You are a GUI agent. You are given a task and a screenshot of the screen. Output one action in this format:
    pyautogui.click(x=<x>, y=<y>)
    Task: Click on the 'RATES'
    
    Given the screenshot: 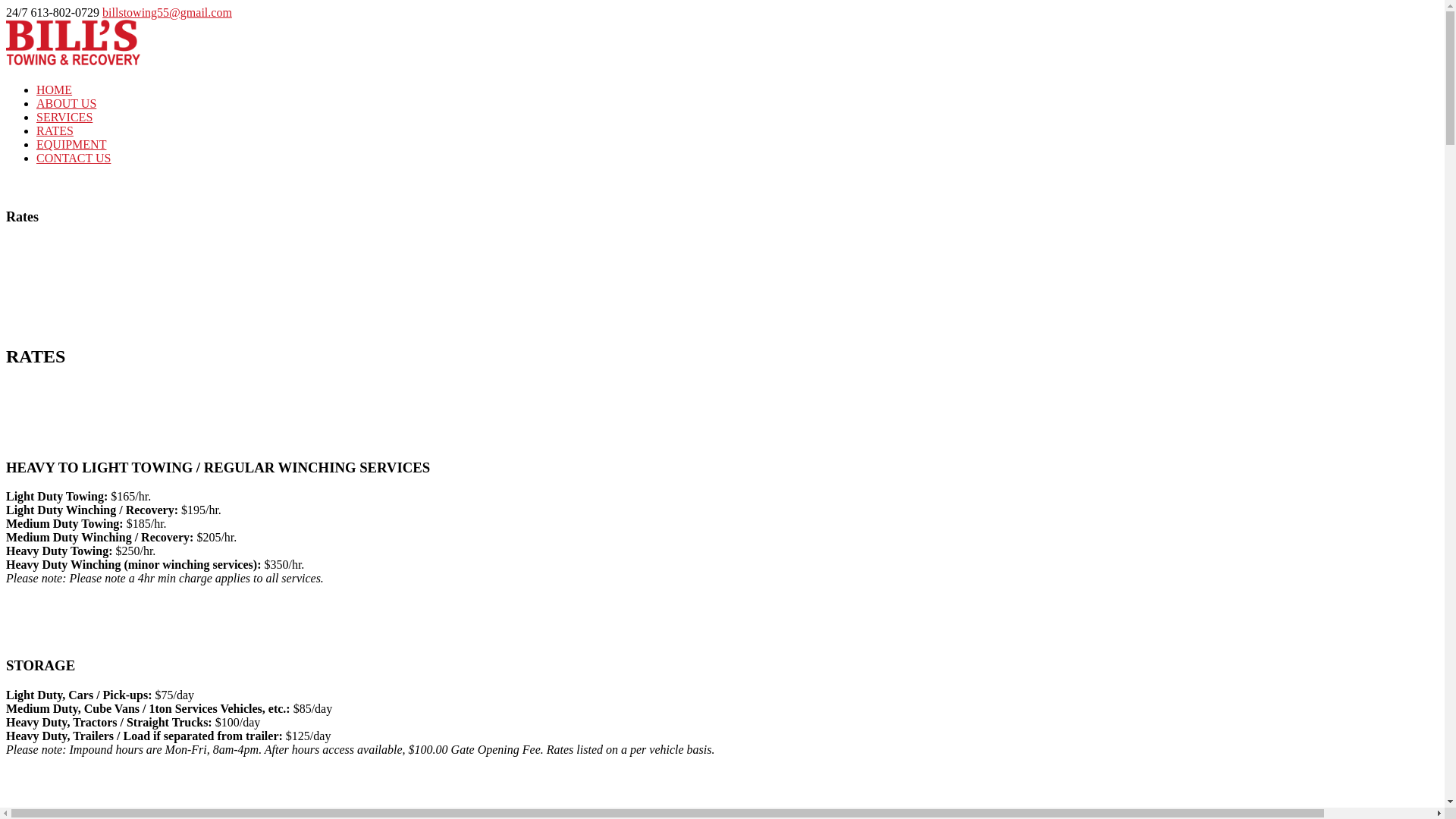 What is the action you would take?
    pyautogui.click(x=55, y=130)
    